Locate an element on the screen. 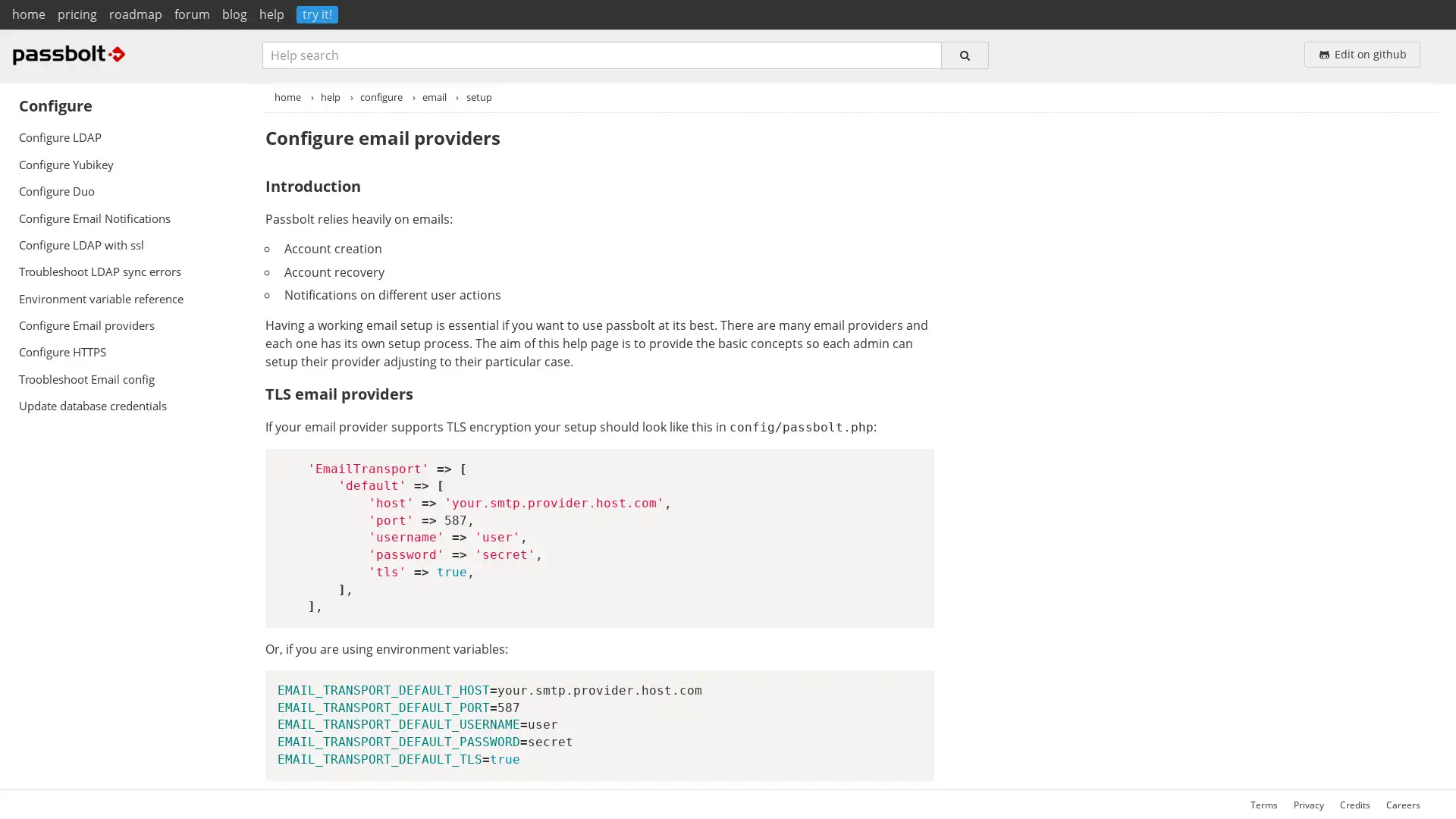 The image size is (1456, 819). search is located at coordinates (964, 54).